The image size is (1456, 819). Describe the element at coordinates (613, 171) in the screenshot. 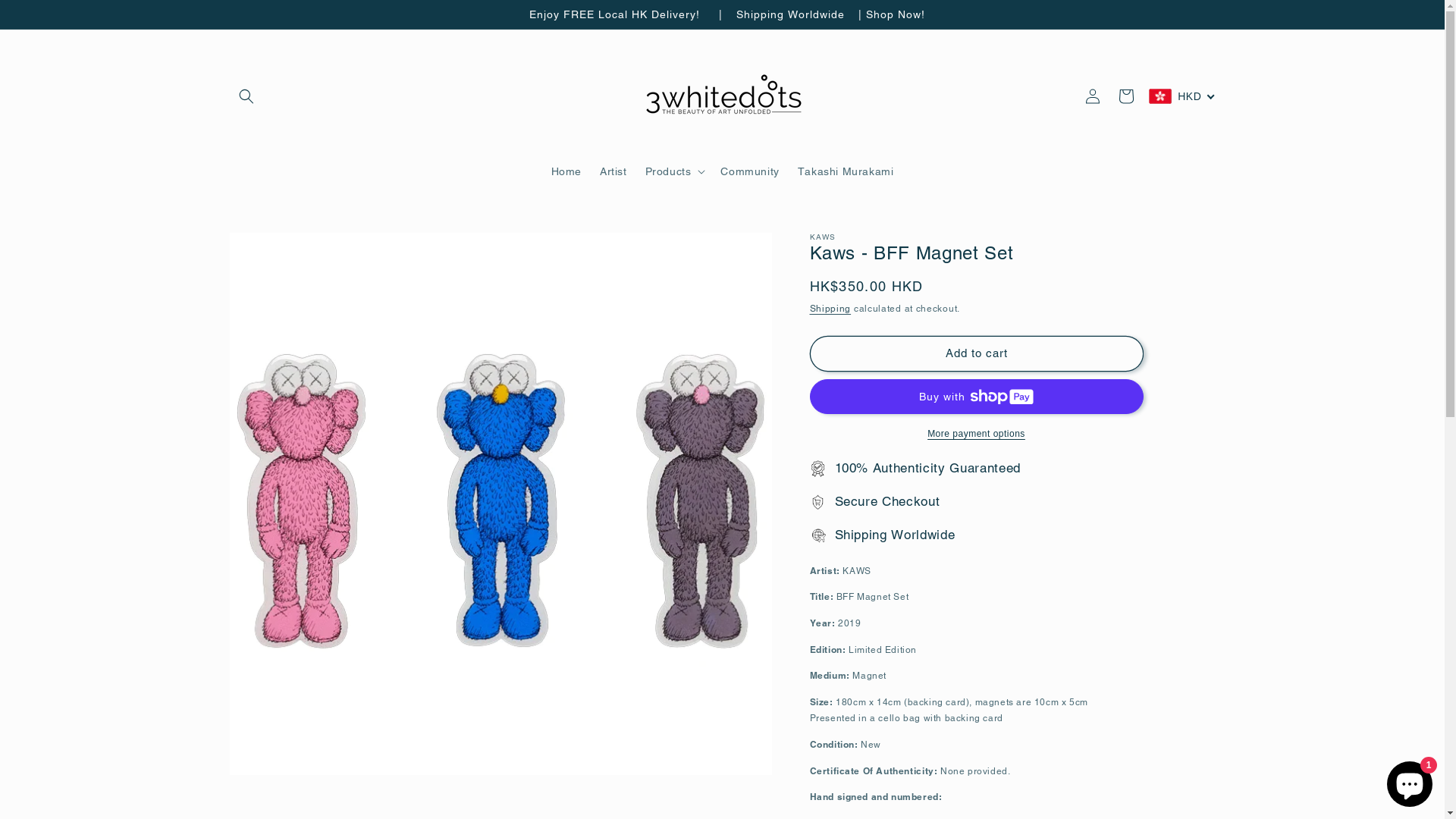

I see `'Artist'` at that location.